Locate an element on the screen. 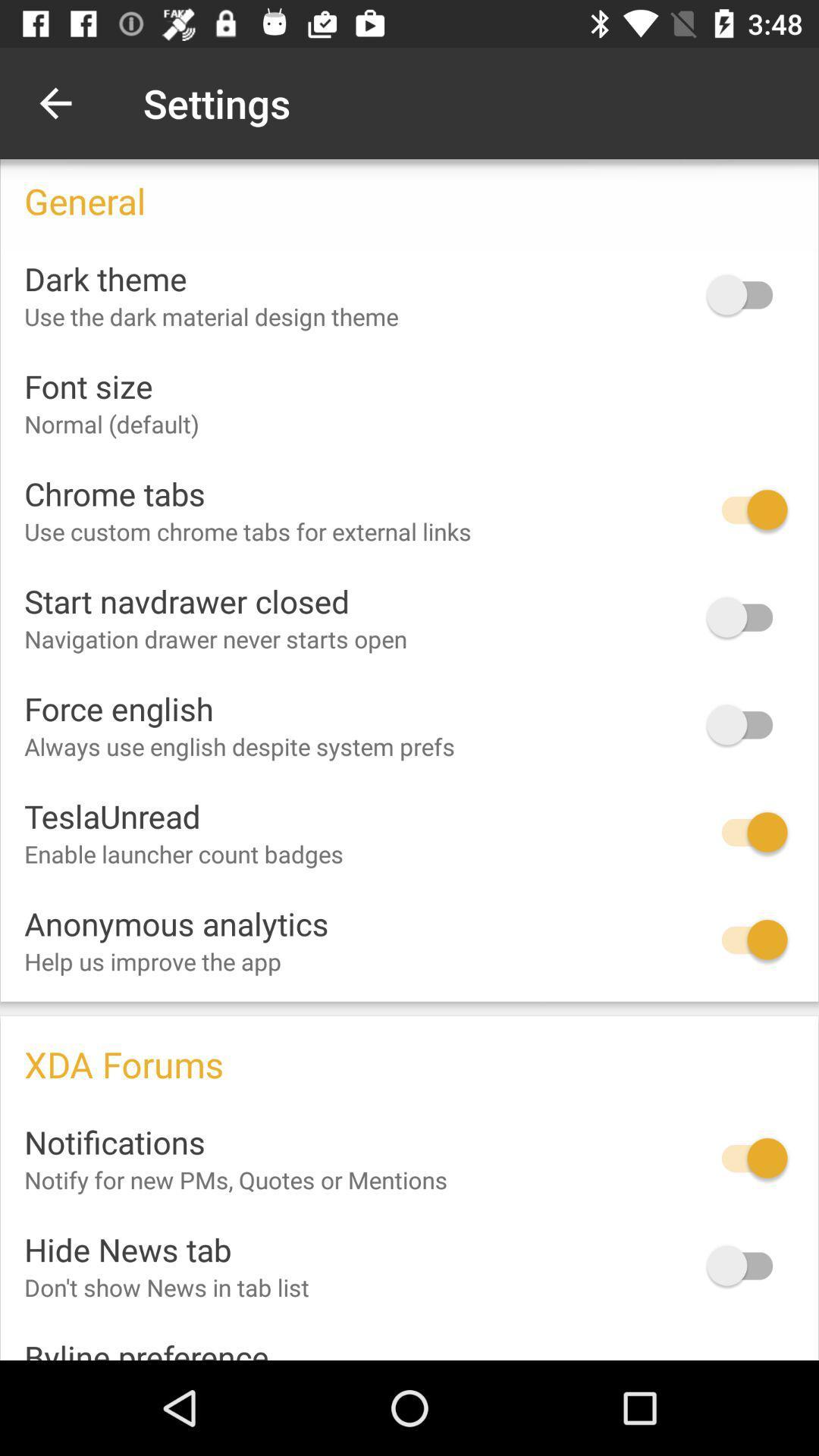  toggle is located at coordinates (746, 939).